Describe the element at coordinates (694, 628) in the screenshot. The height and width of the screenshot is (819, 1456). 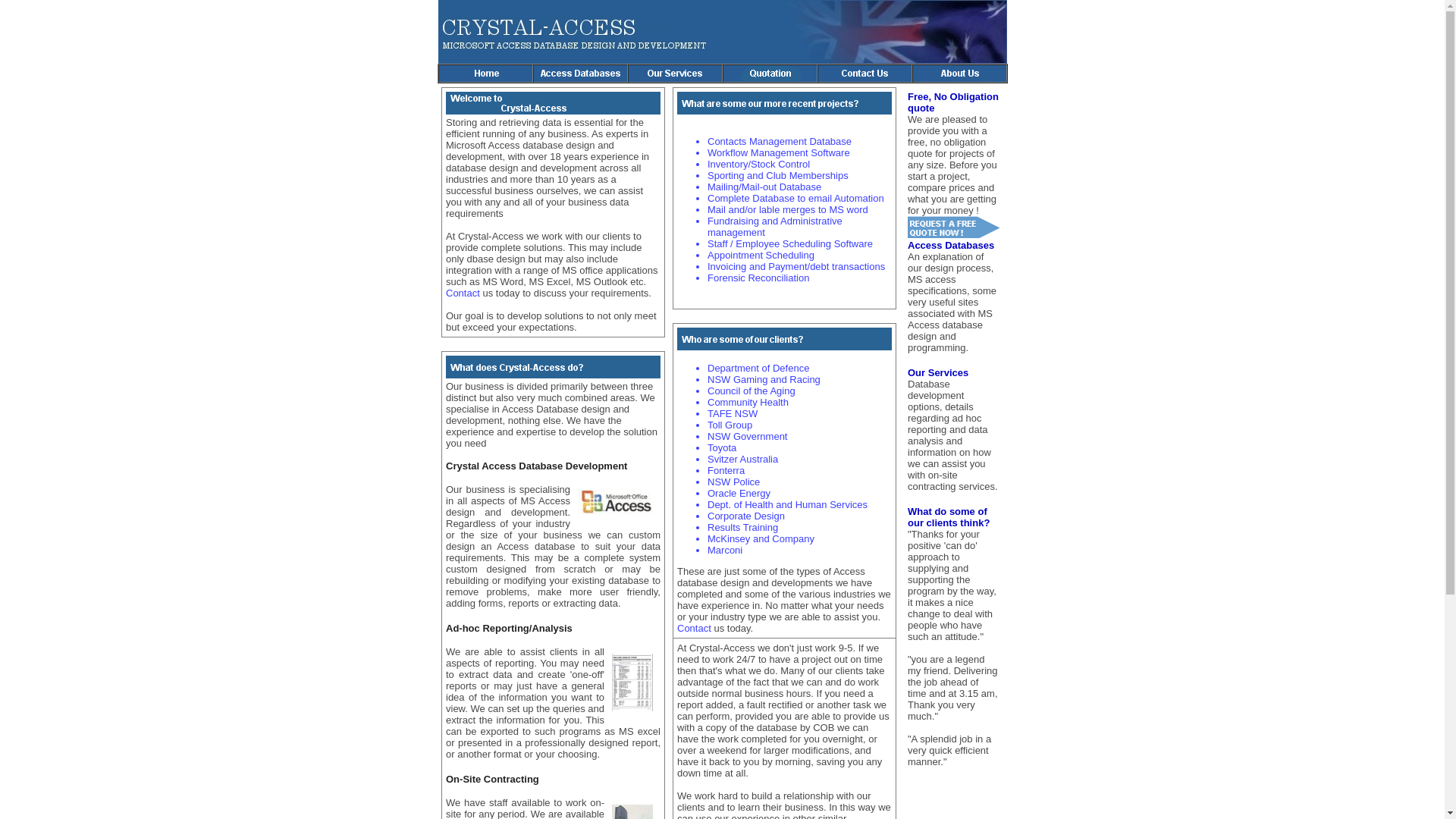
I see `'Contact'` at that location.